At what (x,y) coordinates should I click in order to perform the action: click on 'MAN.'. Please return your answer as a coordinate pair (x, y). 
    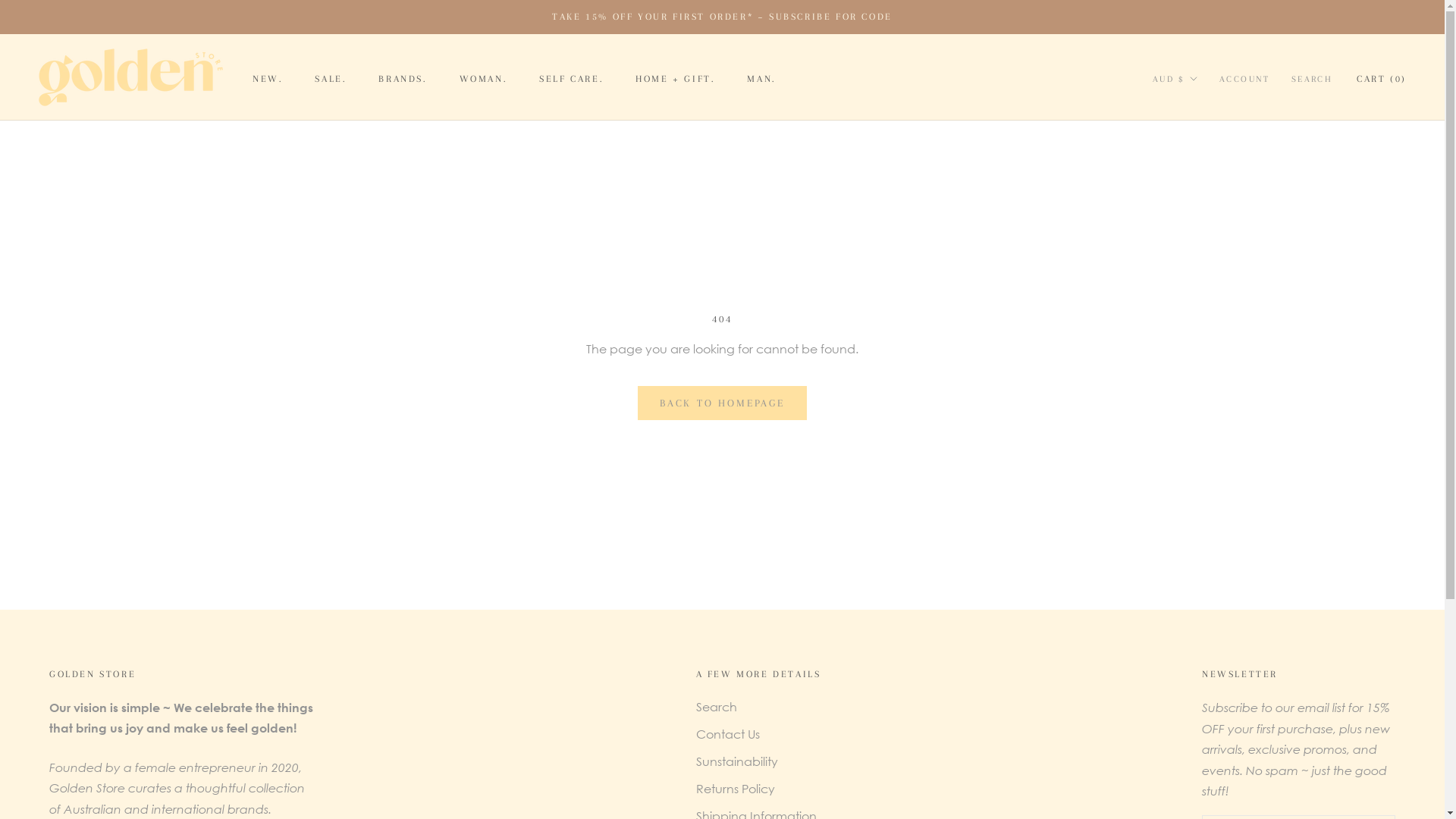
    Looking at the image, I should click on (761, 79).